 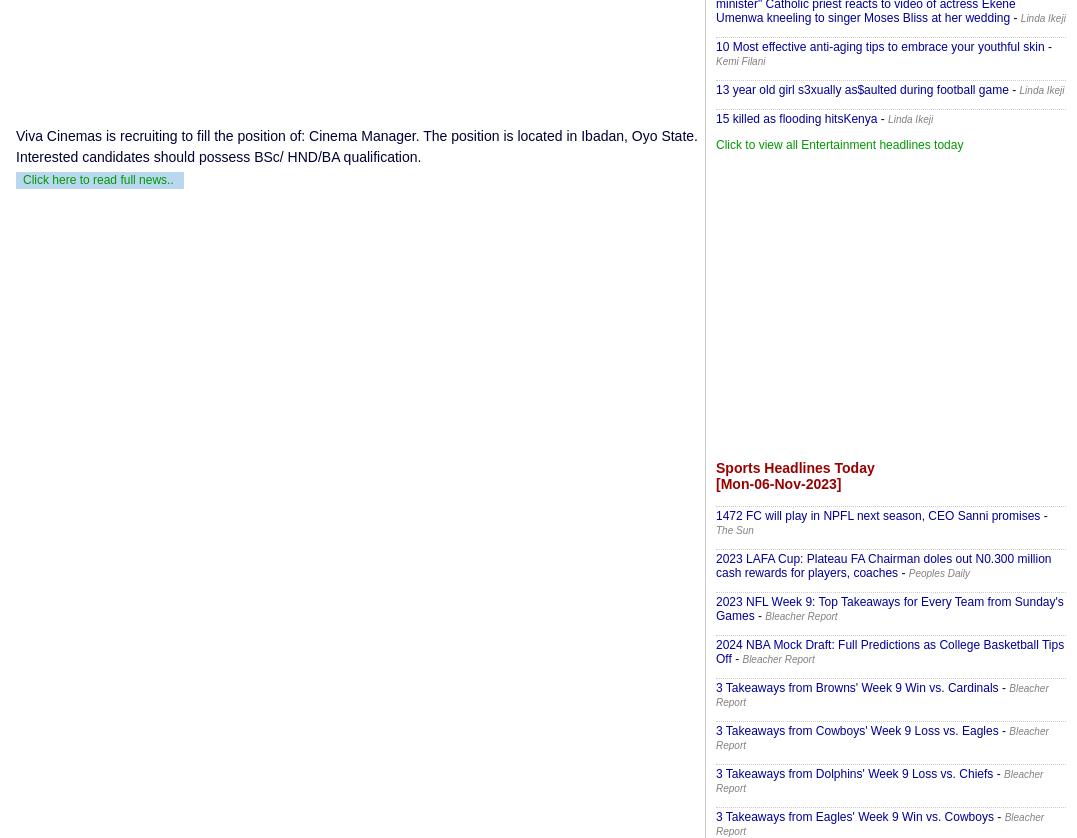 I want to click on '2023 LAFA Cup: Plateau FA Chairman doles out N0.300 million cash rewards for players, coaches', so click(x=883, y=565).